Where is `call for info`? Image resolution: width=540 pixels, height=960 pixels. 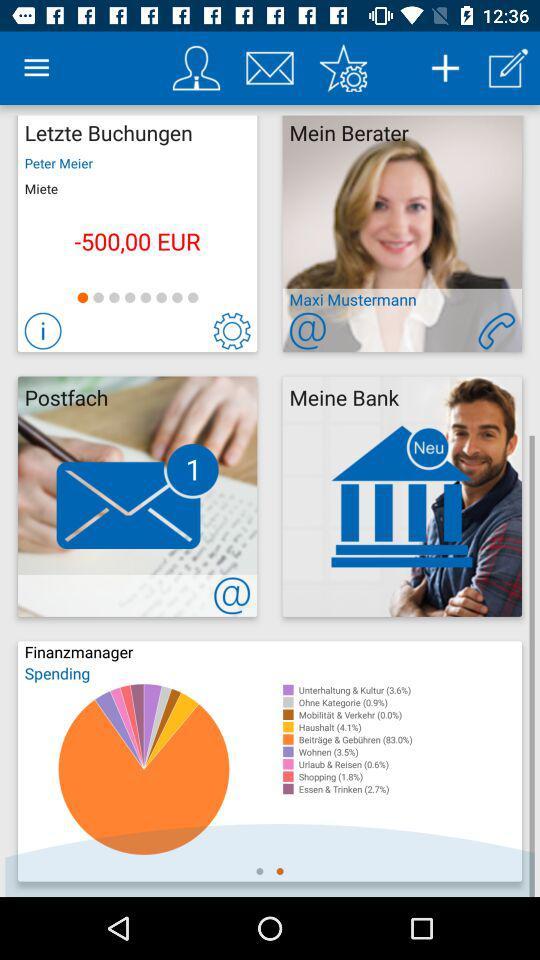 call for info is located at coordinates (495, 331).